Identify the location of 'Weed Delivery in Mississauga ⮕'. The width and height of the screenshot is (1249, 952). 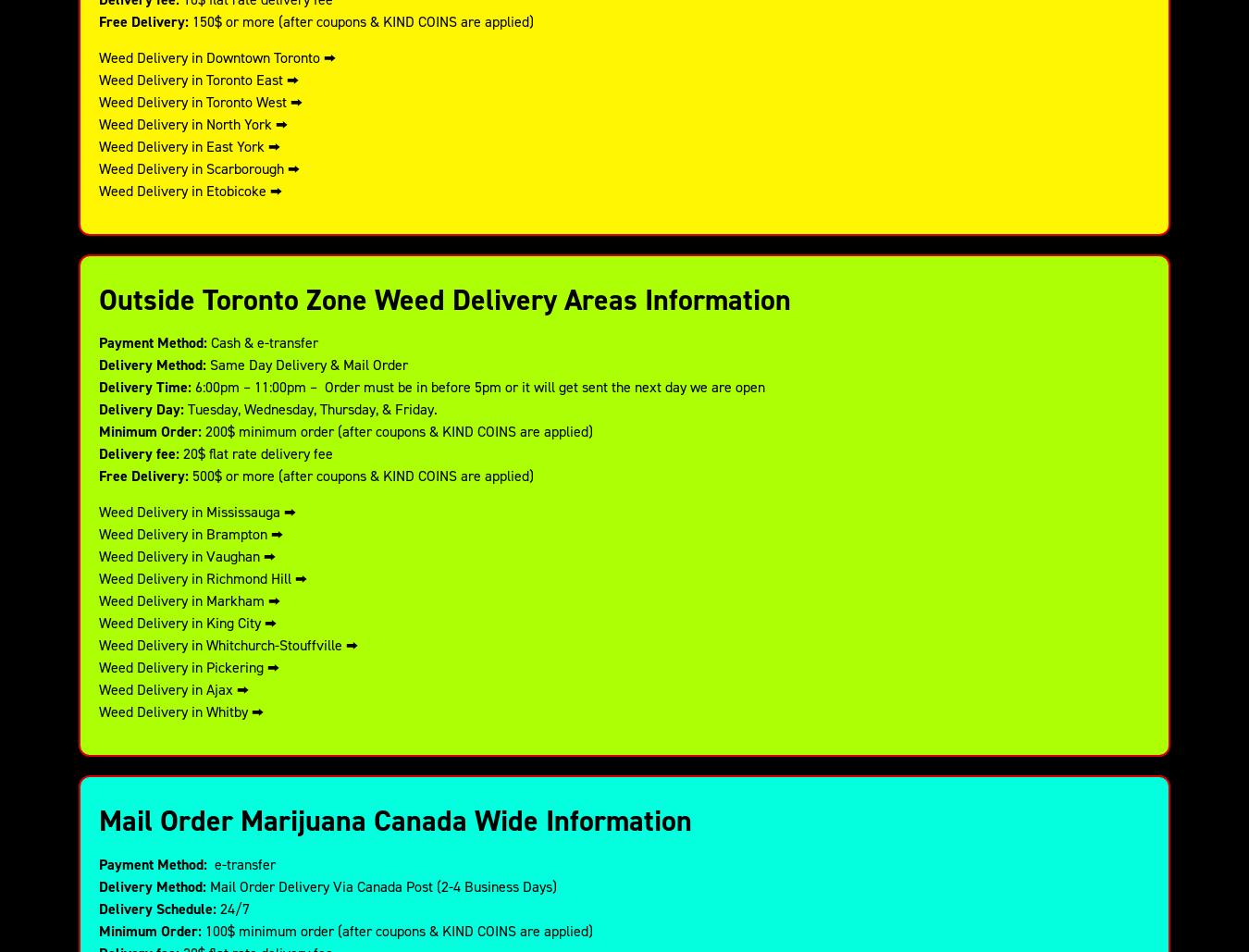
(98, 510).